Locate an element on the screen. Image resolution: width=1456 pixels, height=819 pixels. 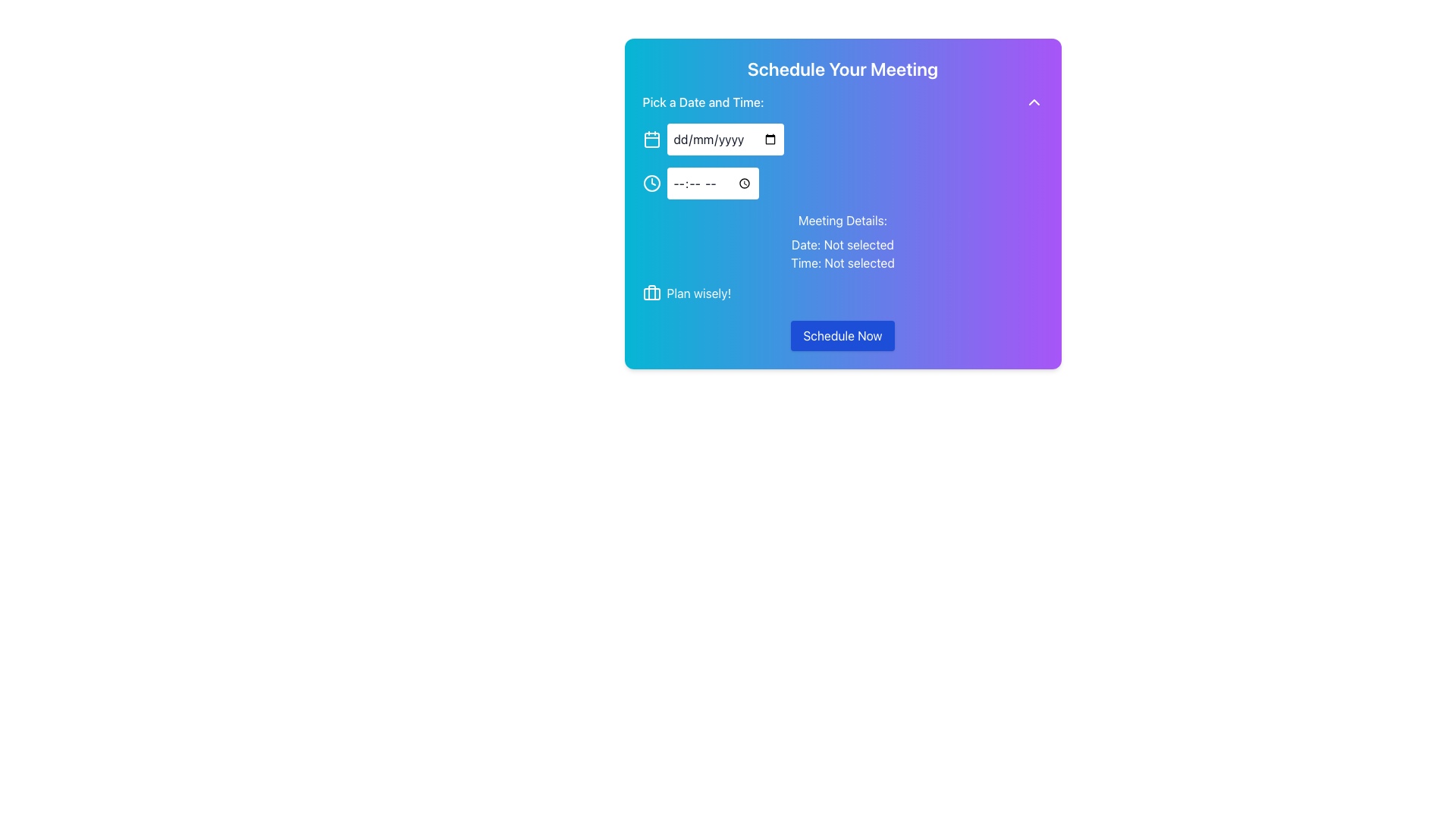
the vertical line segment of the briefcase icon, which is part of the SVG element with a class 'lucide-briefcase', located to the left of the text 'Plan wisely!' is located at coordinates (651, 292).